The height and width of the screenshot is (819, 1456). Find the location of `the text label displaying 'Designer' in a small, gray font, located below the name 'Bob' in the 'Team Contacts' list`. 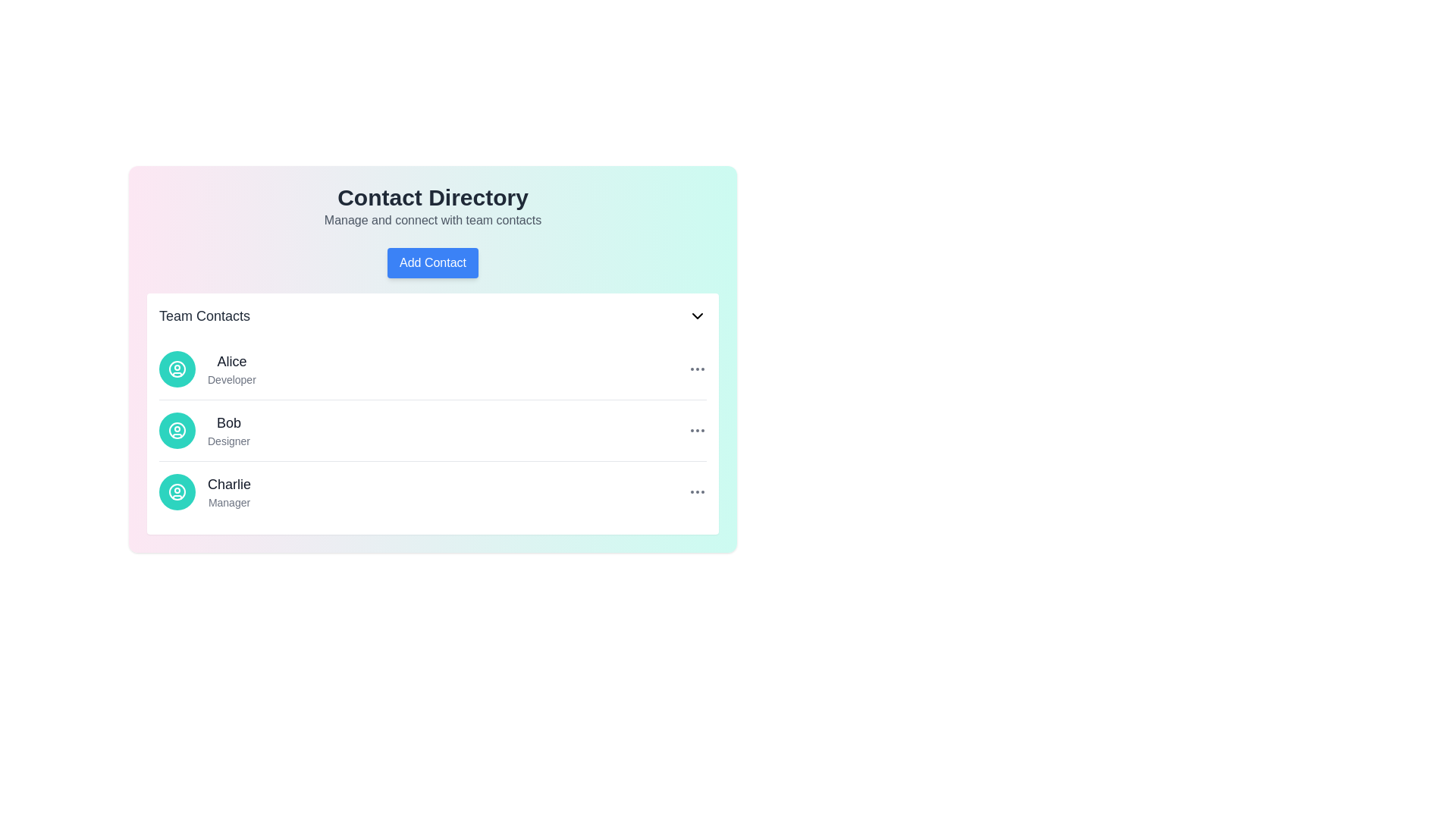

the text label displaying 'Designer' in a small, gray font, located below the name 'Bob' in the 'Team Contacts' list is located at coordinates (228, 441).